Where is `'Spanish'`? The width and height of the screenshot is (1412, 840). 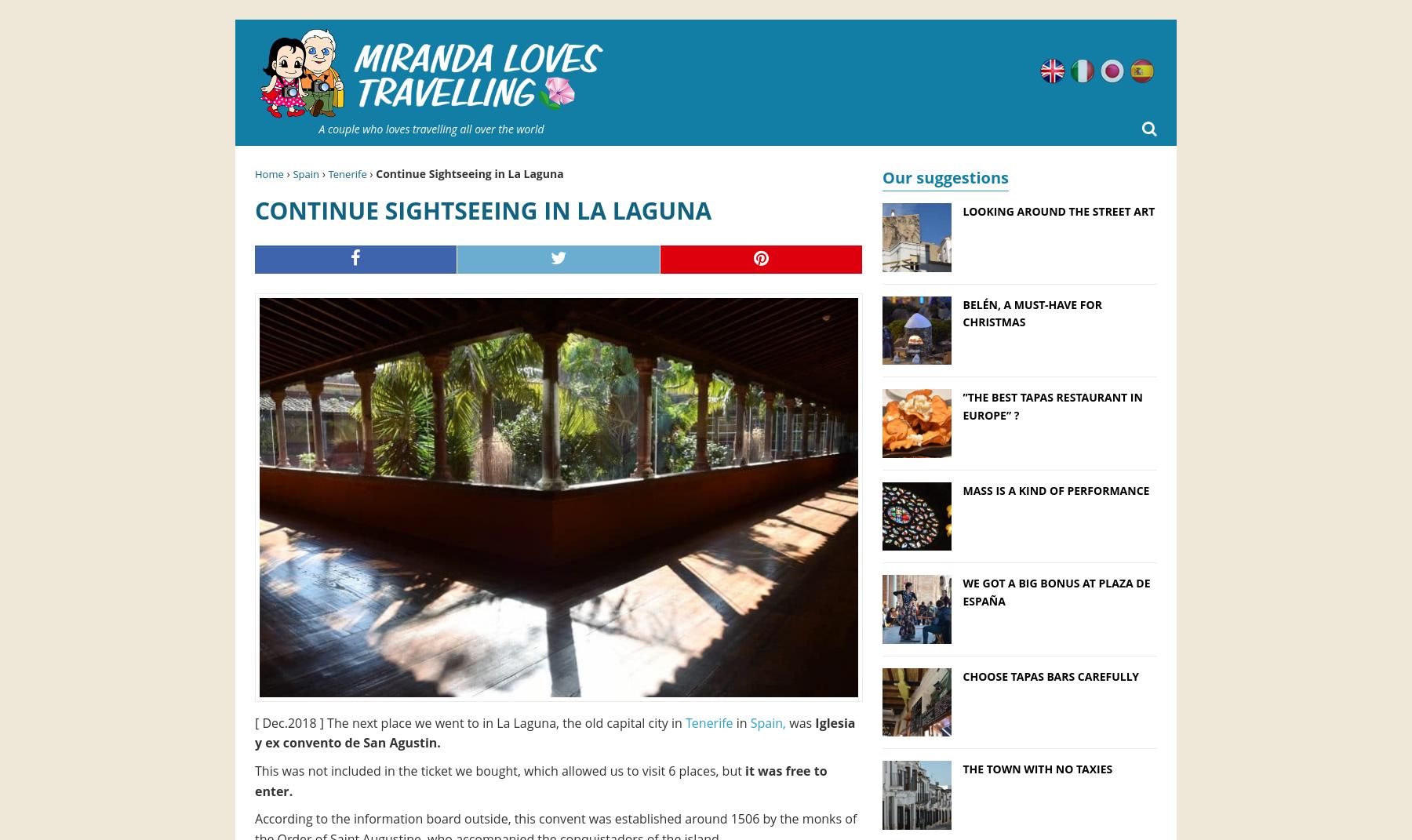 'Spanish' is located at coordinates (1155, 67).